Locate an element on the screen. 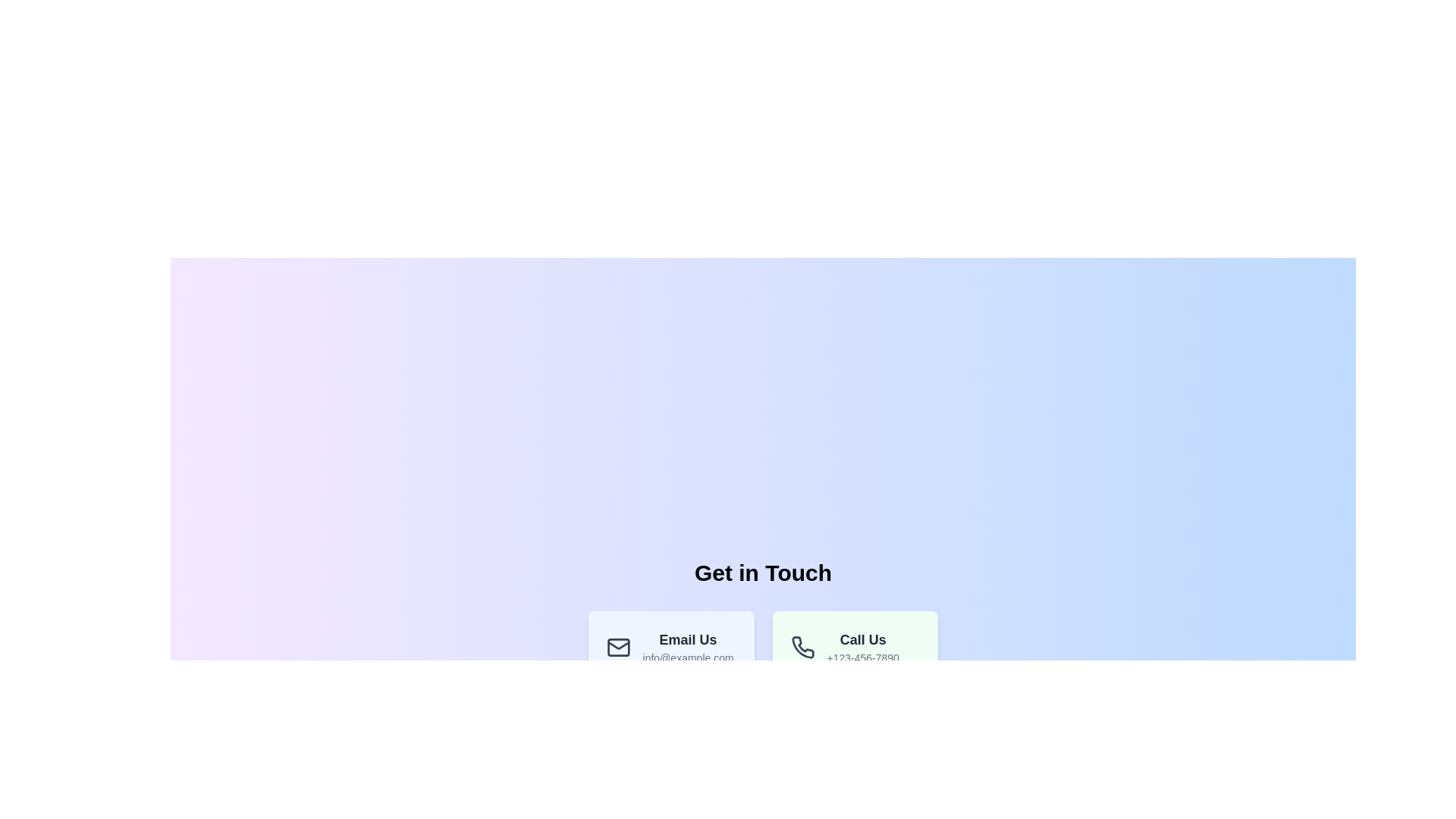 The width and height of the screenshot is (1456, 819). the Text Label that serves as a heading for the contact method card in the 'Get in Touch' section, positioned above the contact information is located at coordinates (687, 640).